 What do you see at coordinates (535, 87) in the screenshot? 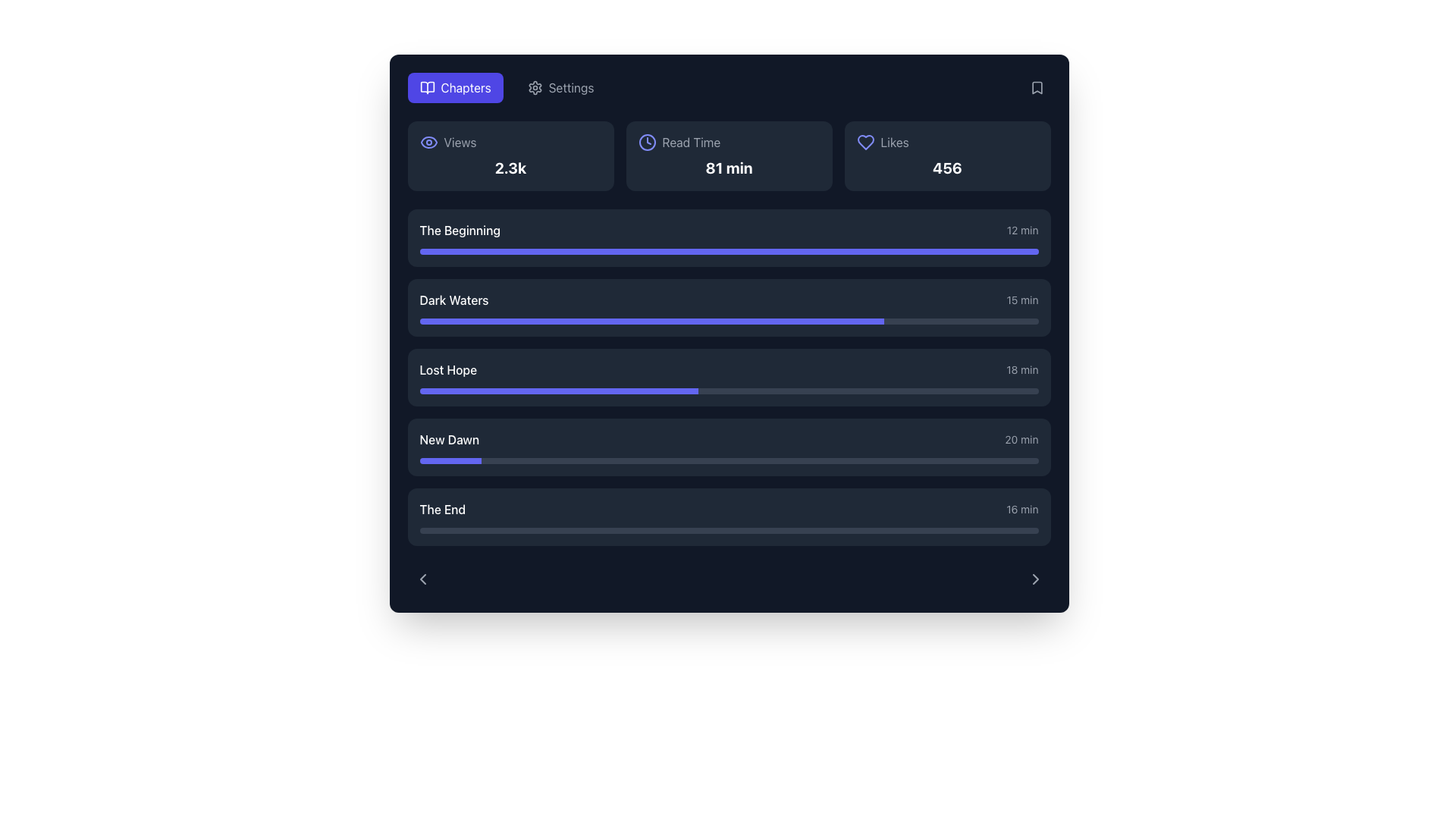
I see `the settings SVG icon positioned` at bounding box center [535, 87].